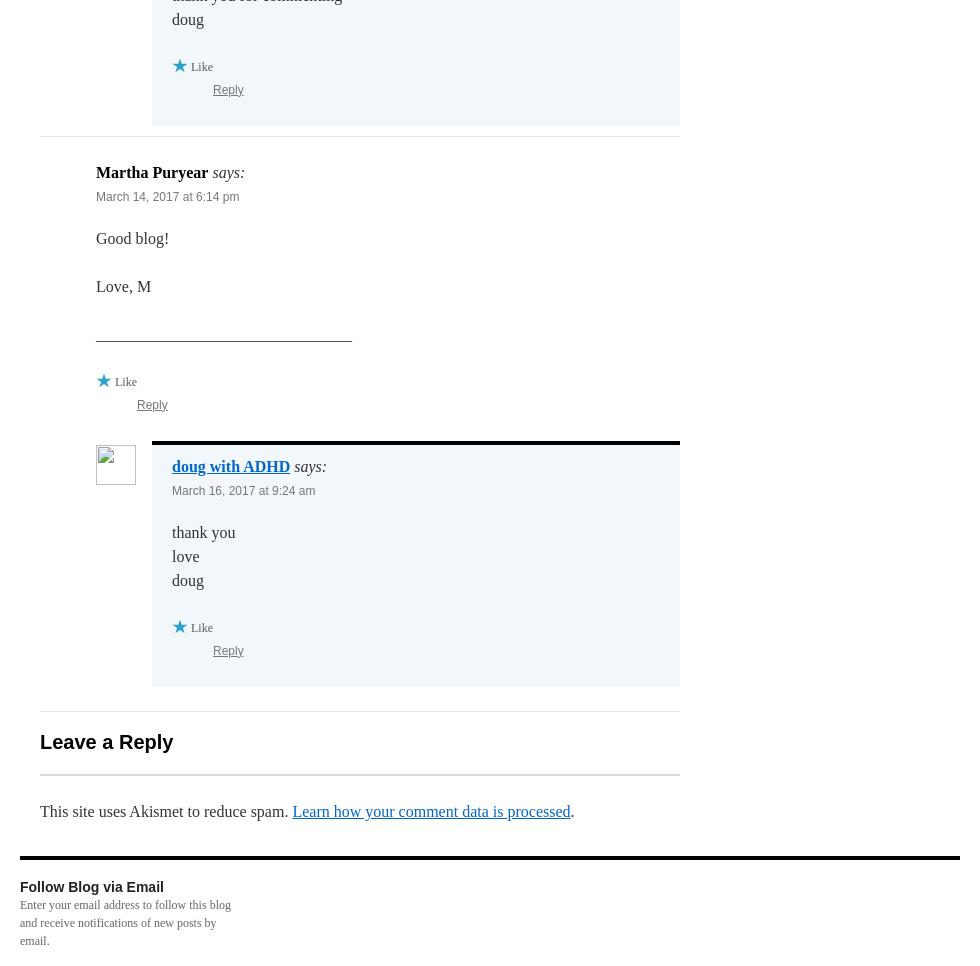  Describe the element at coordinates (203, 531) in the screenshot. I see `'thank you'` at that location.